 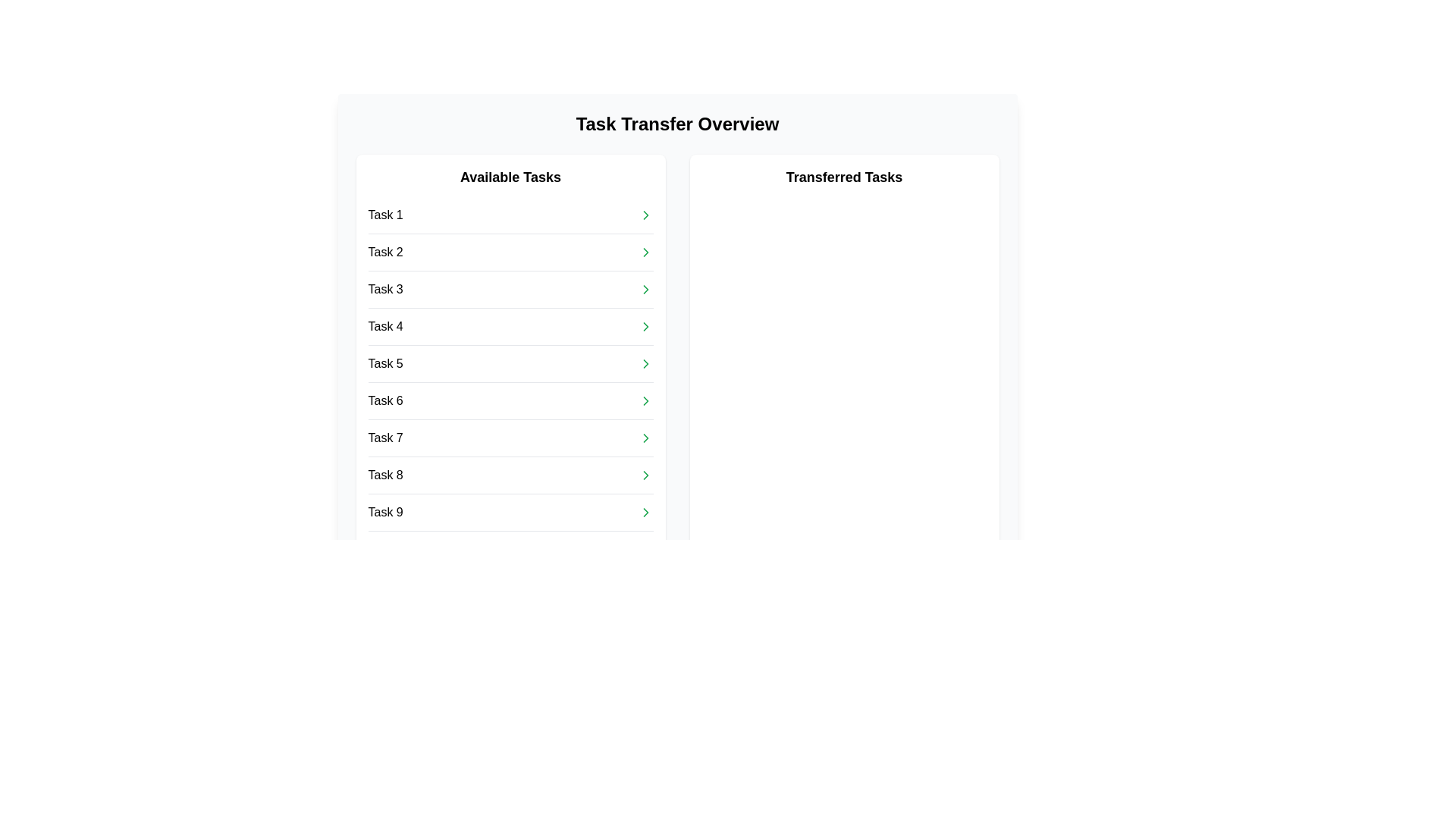 What do you see at coordinates (645, 400) in the screenshot?
I see `the green chevron icon located next to 'Task 6' in the 'Available Tasks' section` at bounding box center [645, 400].